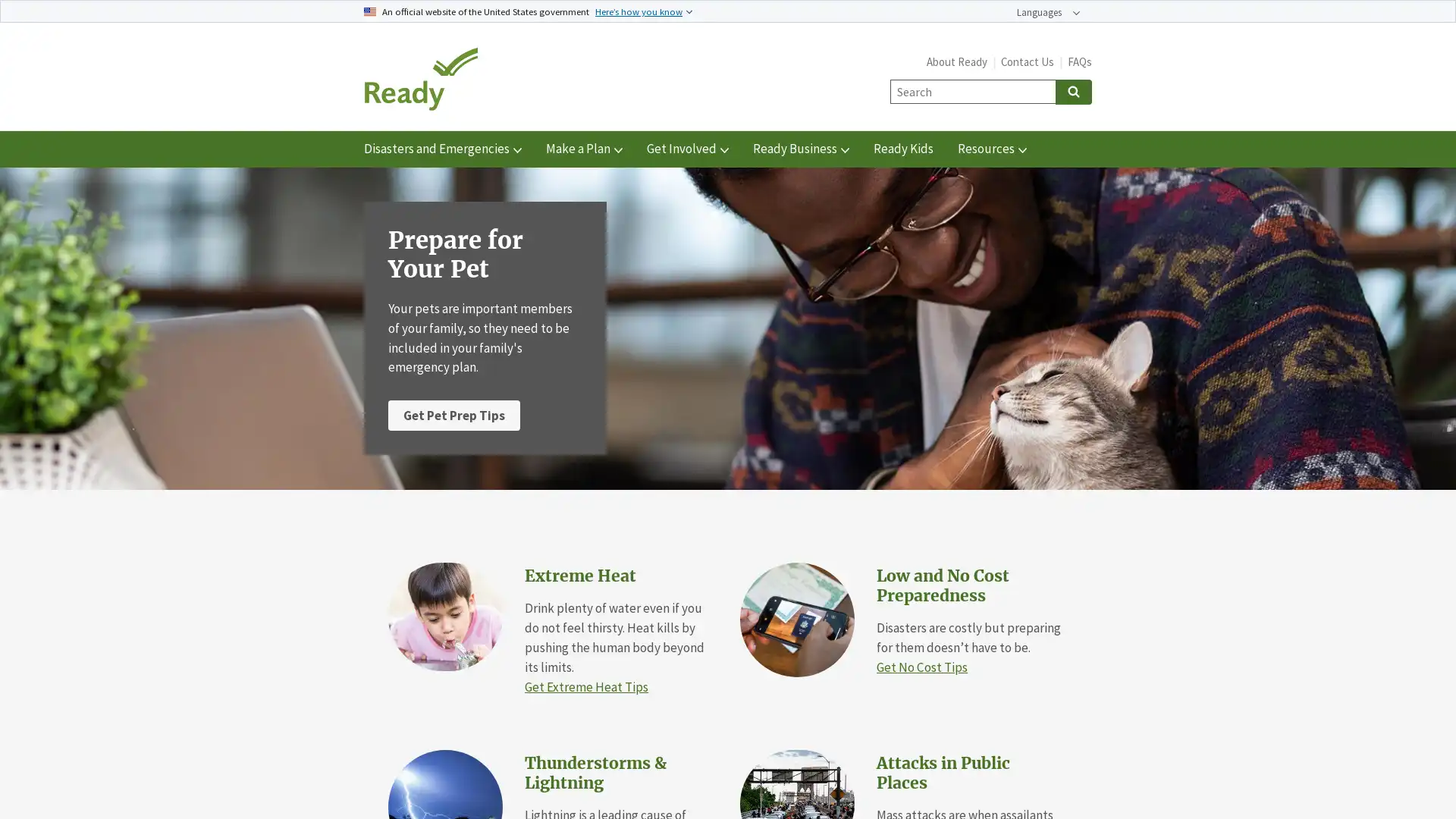 This screenshot has width=1456, height=819. What do you see at coordinates (800, 149) in the screenshot?
I see `Ready Business` at bounding box center [800, 149].